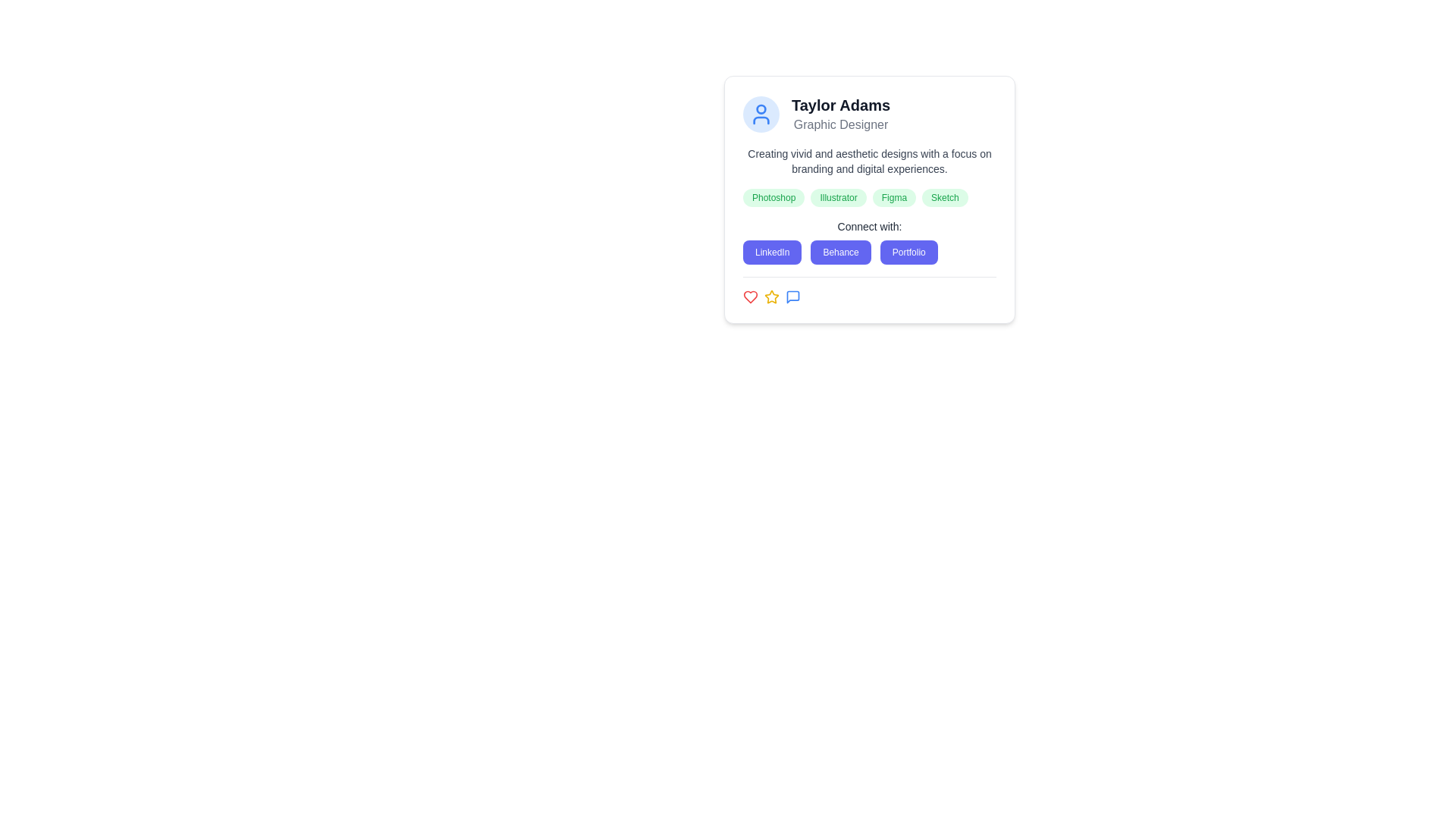 Image resolution: width=1456 pixels, height=819 pixels. What do you see at coordinates (944, 197) in the screenshot?
I see `the non-interactive label indicating the skill or tool 'Sketch', which is the fourth item in a horizontal list of labels located below the descriptive text 'Creating vivid and aesthetic designs...'` at bounding box center [944, 197].